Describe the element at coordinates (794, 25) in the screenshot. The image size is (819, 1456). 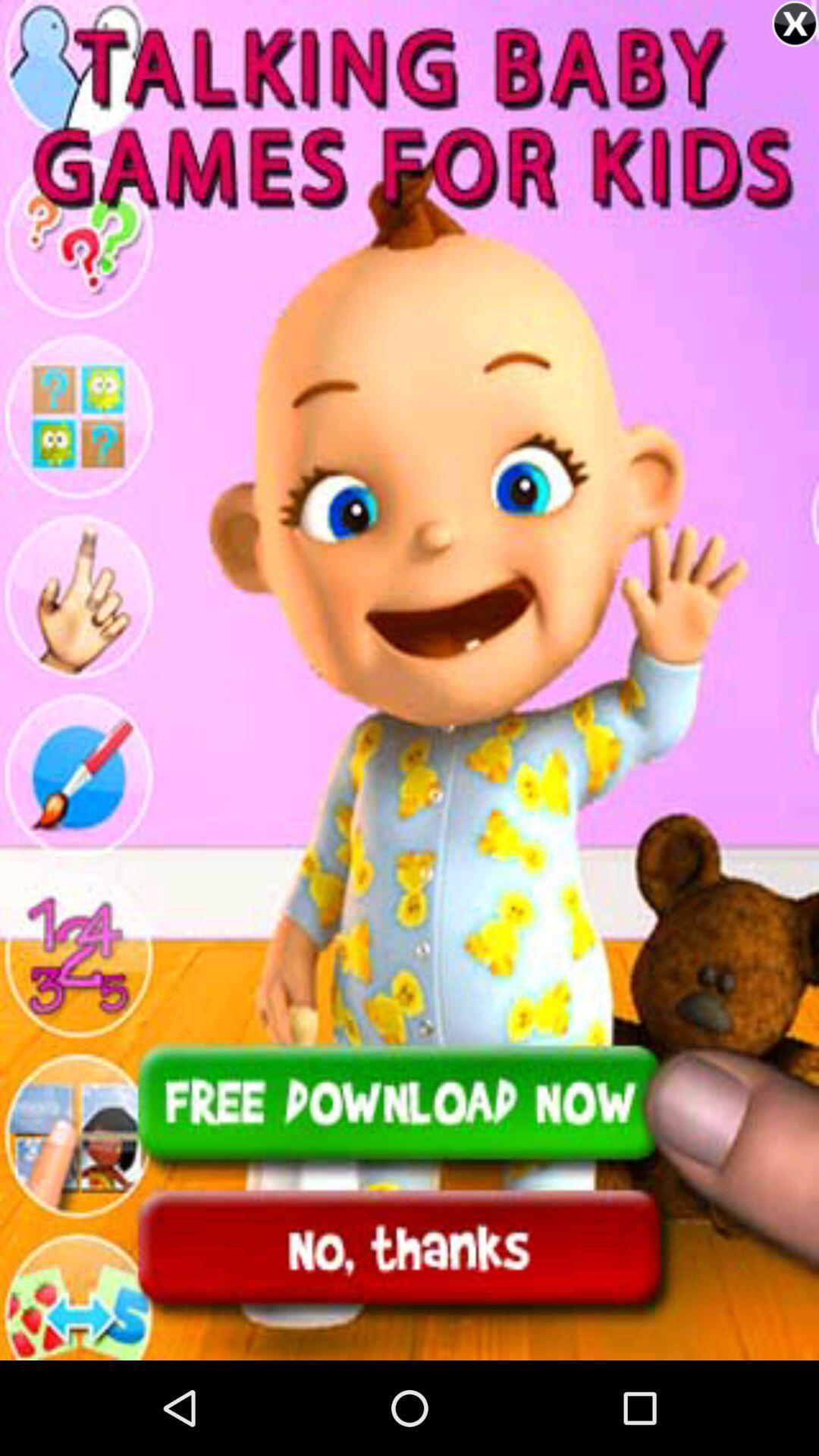
I see `the close icon` at that location.